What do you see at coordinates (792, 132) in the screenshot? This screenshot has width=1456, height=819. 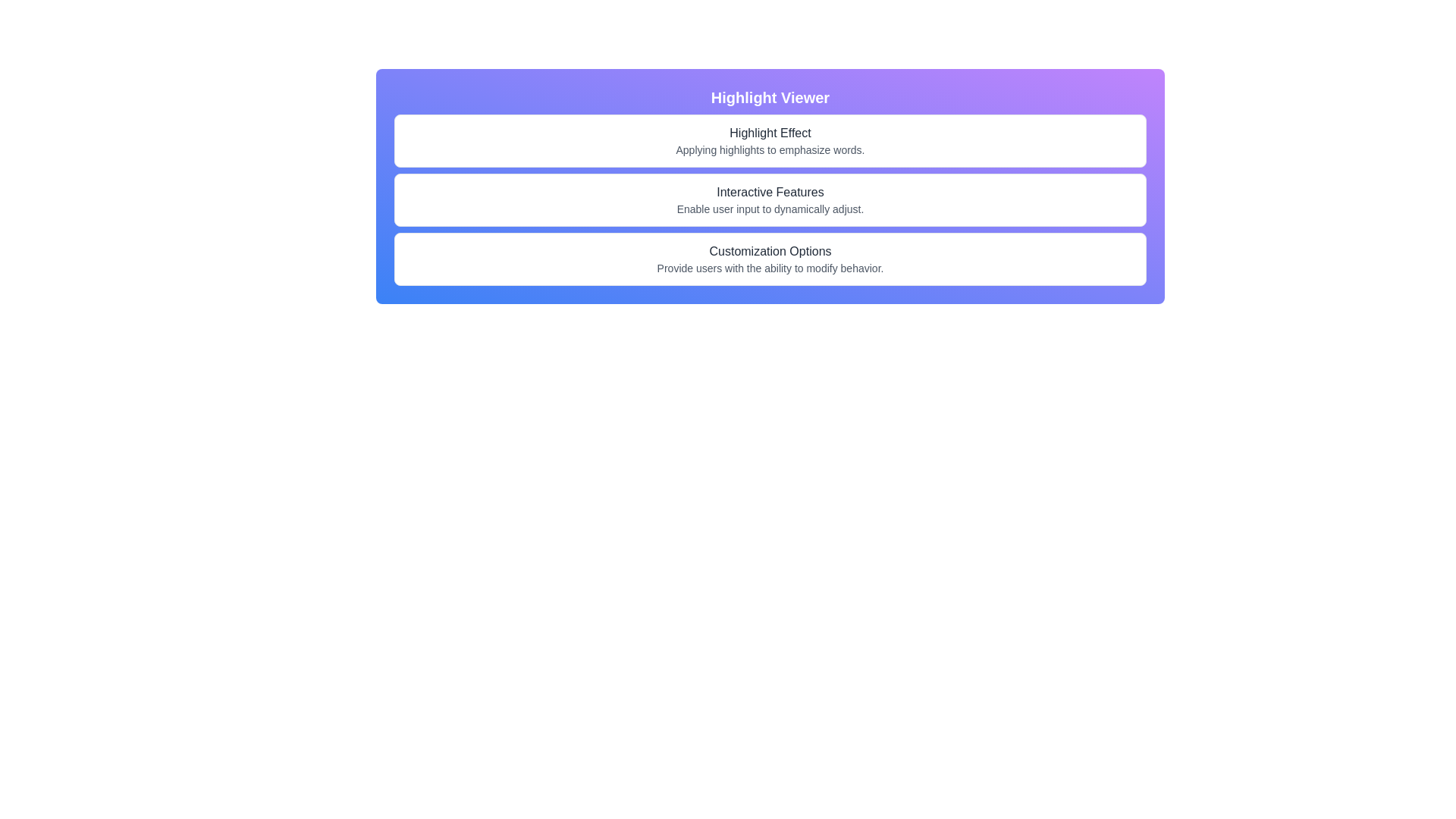 I see `the lowercase letter 'f' in the word 'Effect' within the phrase 'Highlight Effect', which is located under the title 'Highlight Viewer'` at bounding box center [792, 132].